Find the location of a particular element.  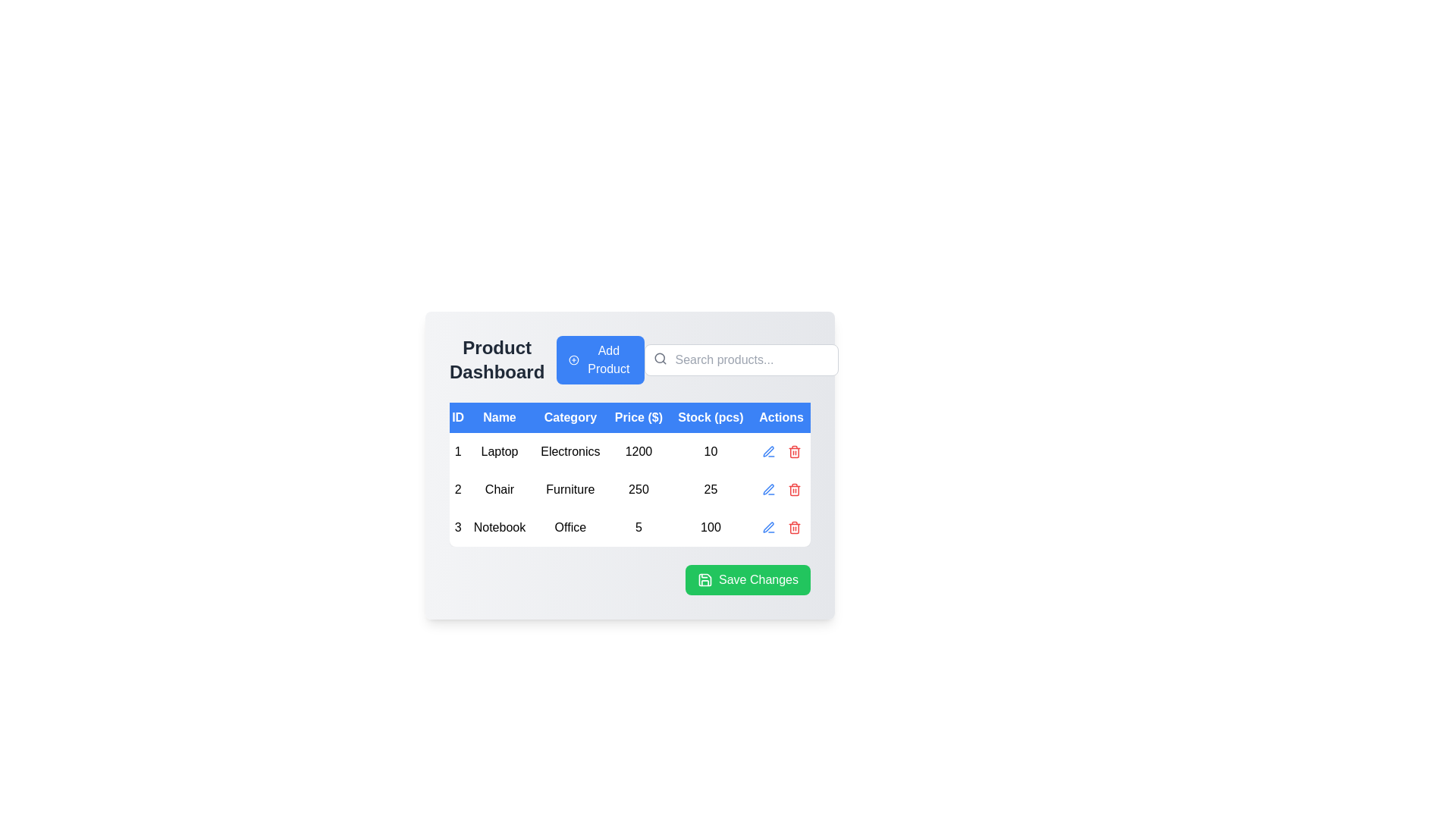

the 'Price ($)' text label, which is the fourth column header in a six-column table, positioned above the 'Price' data with a blue background is located at coordinates (639, 418).